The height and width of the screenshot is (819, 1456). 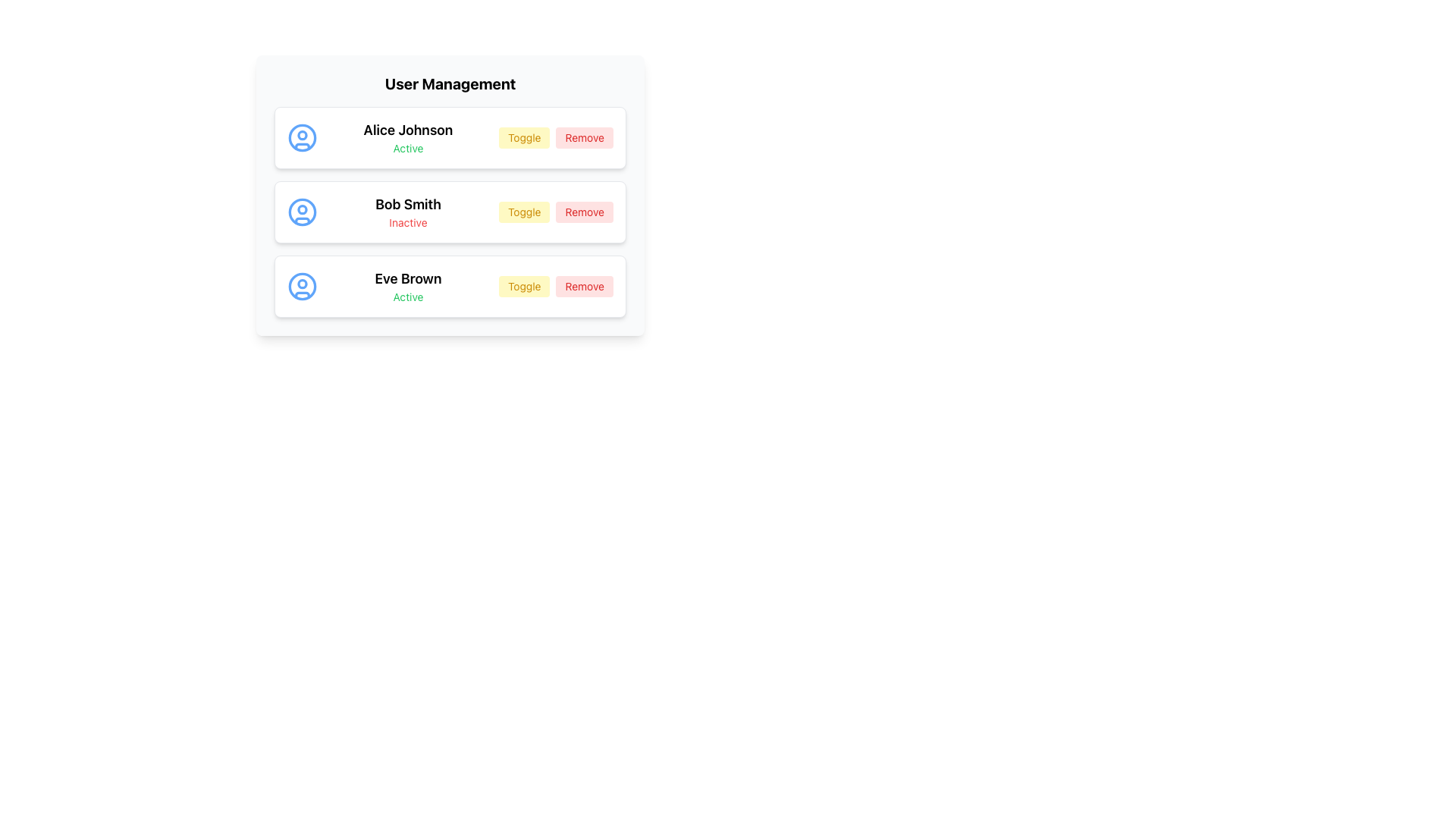 I want to click on the 'Toggle' button with a light yellow background and yellow-orange text, located in the second row of the user details list associated with 'Bob Smith', so click(x=524, y=212).